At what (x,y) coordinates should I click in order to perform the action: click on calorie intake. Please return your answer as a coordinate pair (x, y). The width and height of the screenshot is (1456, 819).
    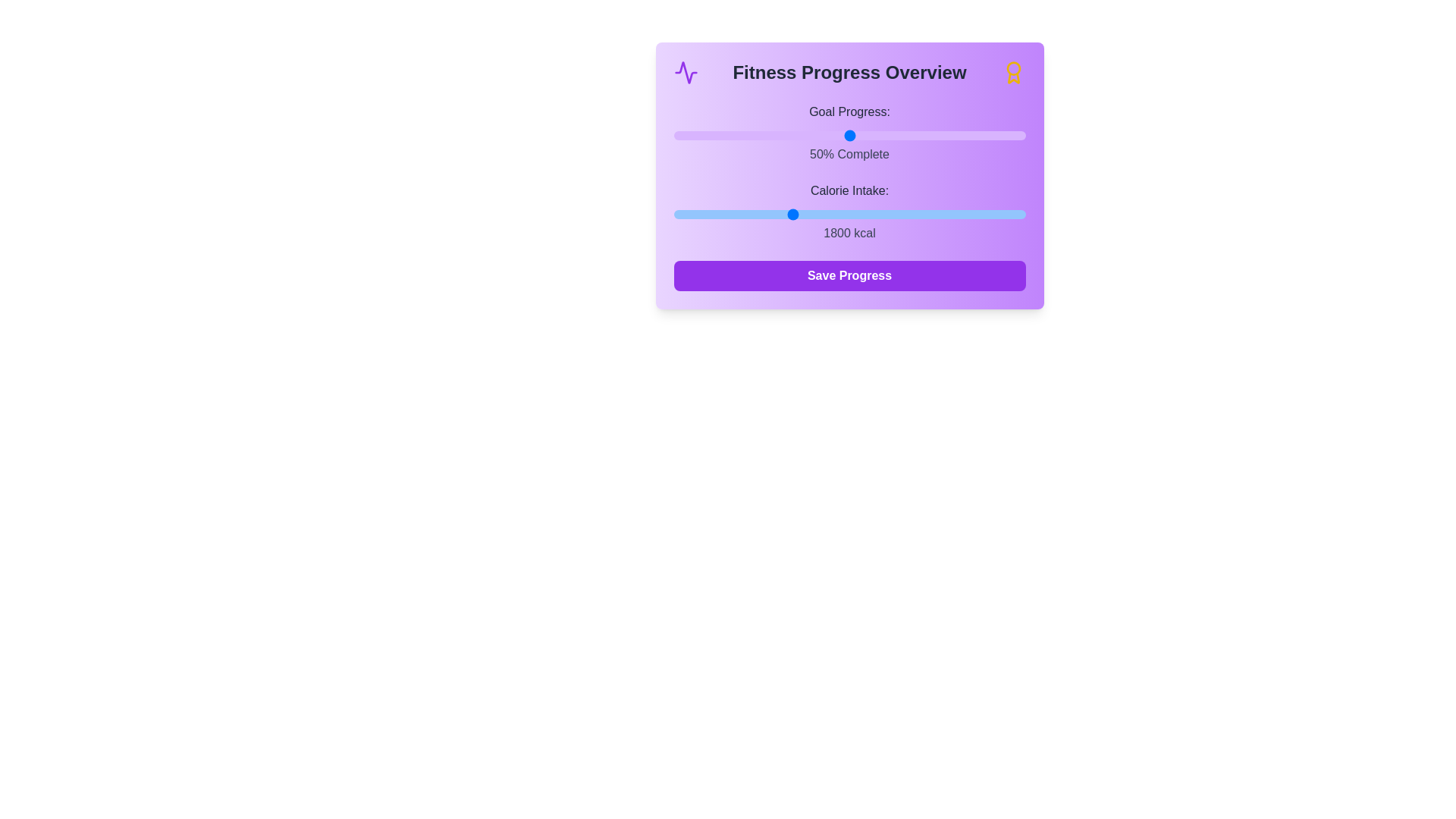
    Looking at the image, I should click on (697, 214).